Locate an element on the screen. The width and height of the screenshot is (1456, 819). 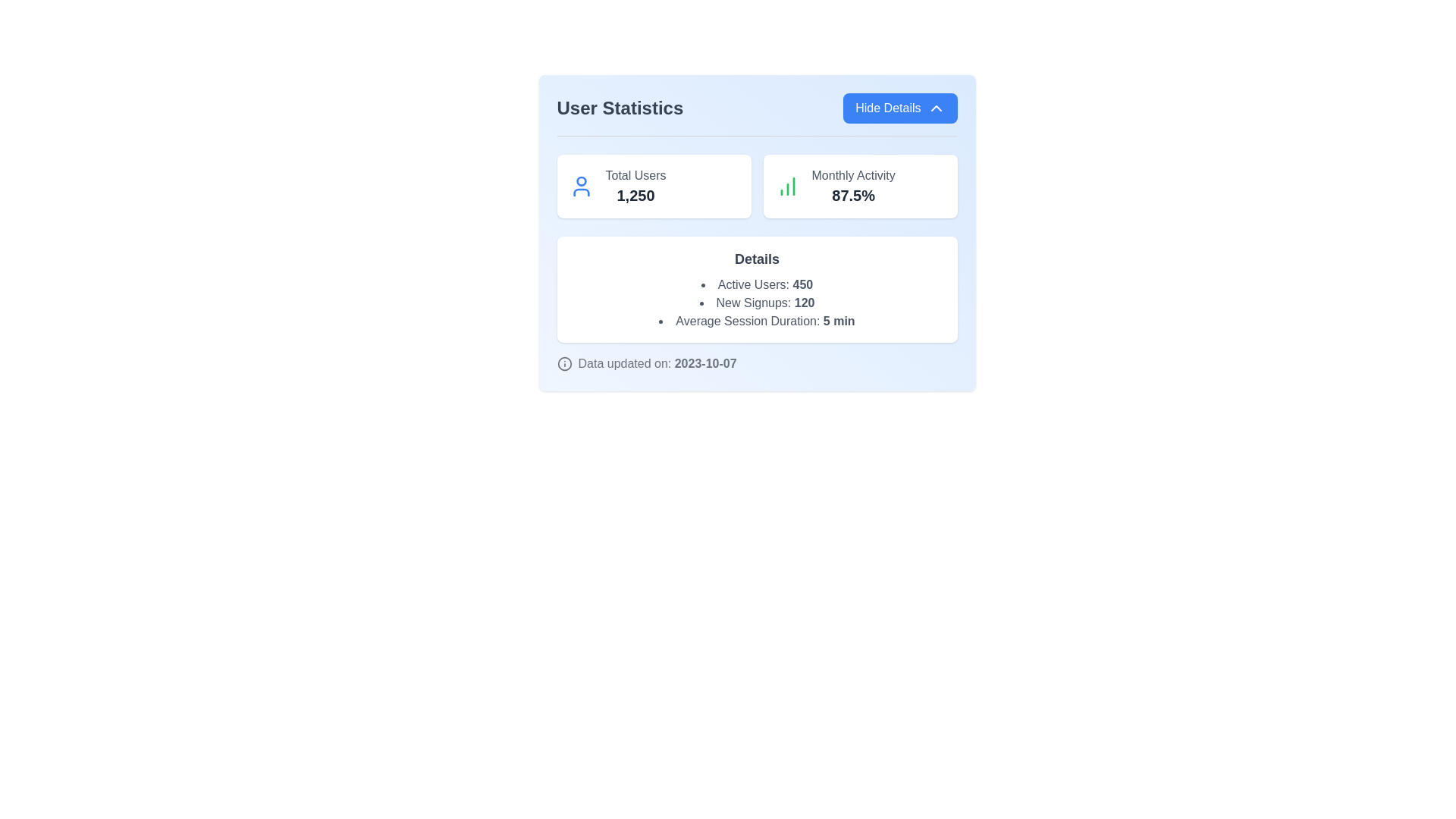
the bullet list text block containing active users, new signups, and average session duration, which is located in the 'Details' card below the 'User Statistics' section is located at coordinates (757, 303).